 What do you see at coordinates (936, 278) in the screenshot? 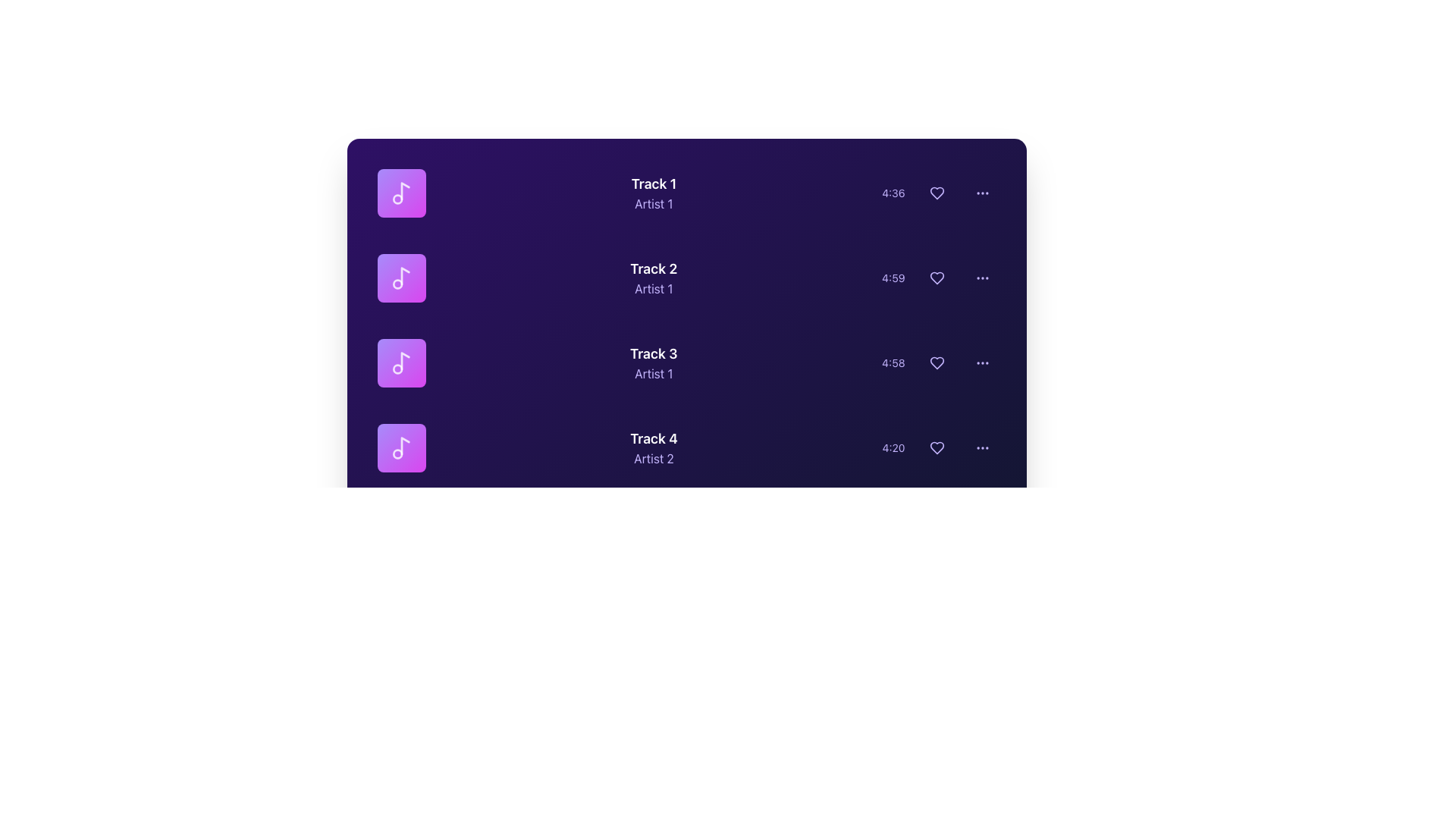
I see `the heart-shaped interactive icon with a purple hue, located to the right of a timestamp text ('4:59')` at bounding box center [936, 278].